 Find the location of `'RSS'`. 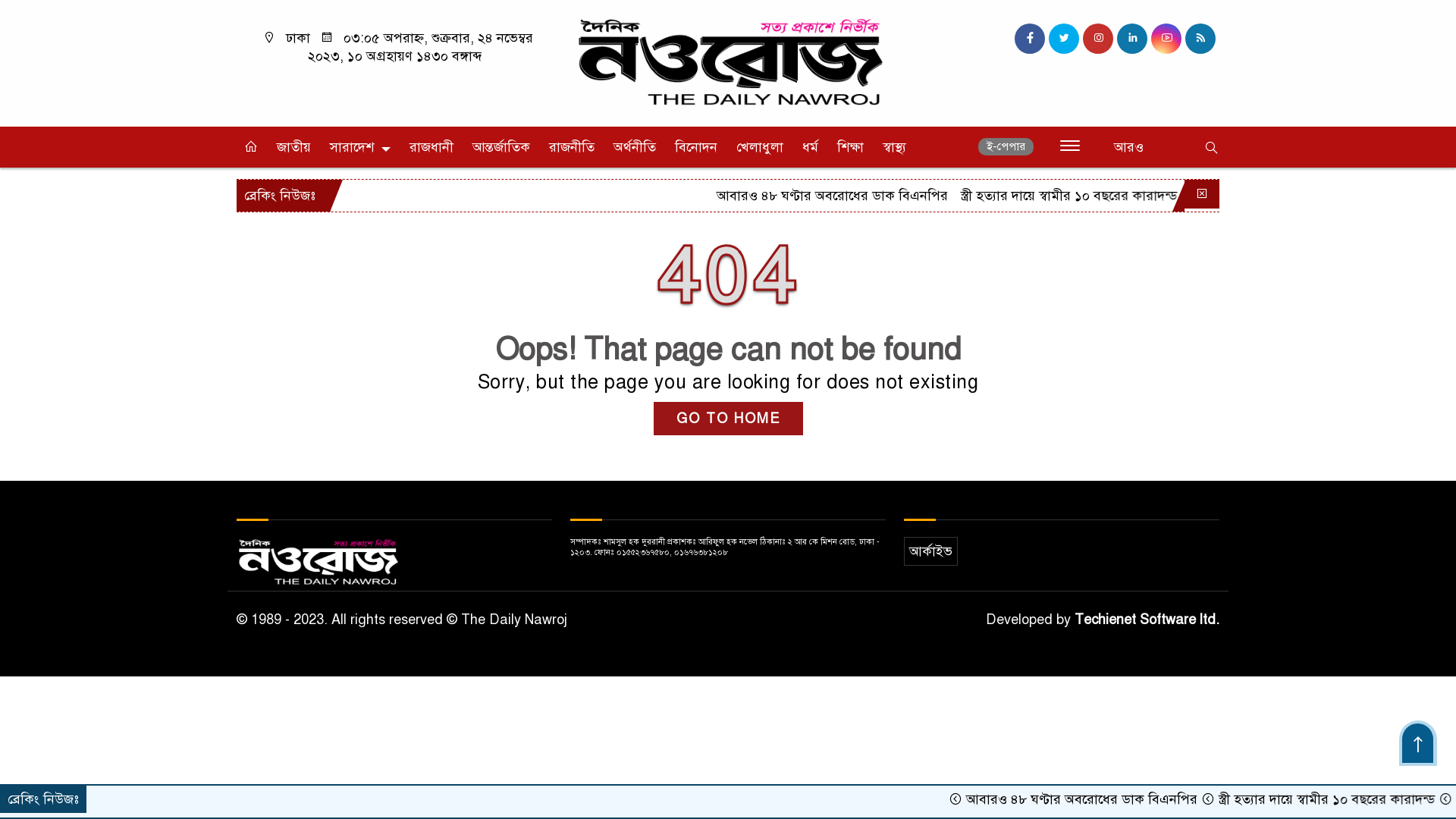

'RSS' is located at coordinates (1200, 37).